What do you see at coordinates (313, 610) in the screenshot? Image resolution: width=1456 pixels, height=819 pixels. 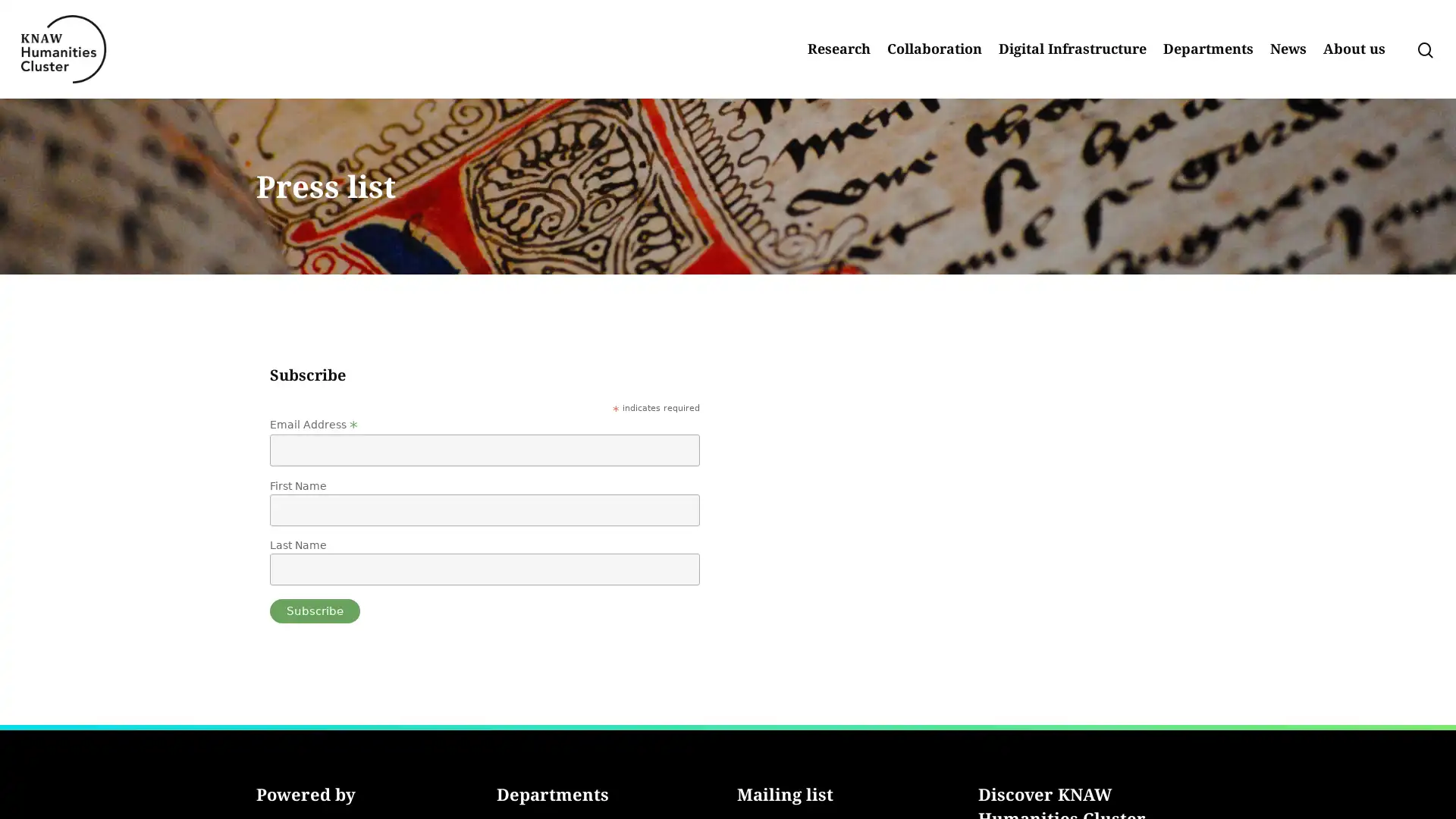 I see `Subscribe` at bounding box center [313, 610].